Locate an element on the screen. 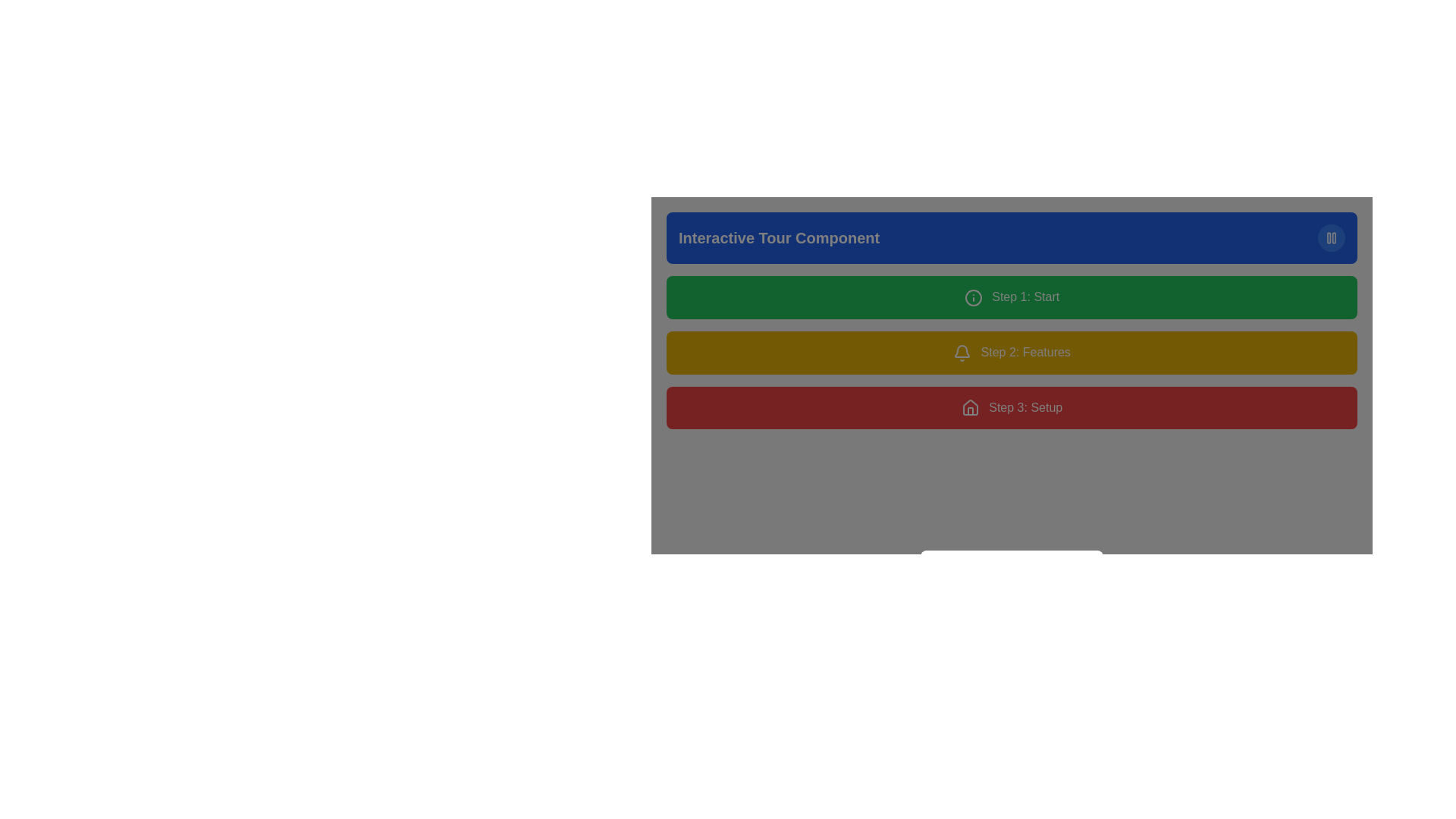 The width and height of the screenshot is (1456, 819). the rectangular yellow button with white text labeled 'Step 2: Features' and a bell icon is located at coordinates (1012, 353).